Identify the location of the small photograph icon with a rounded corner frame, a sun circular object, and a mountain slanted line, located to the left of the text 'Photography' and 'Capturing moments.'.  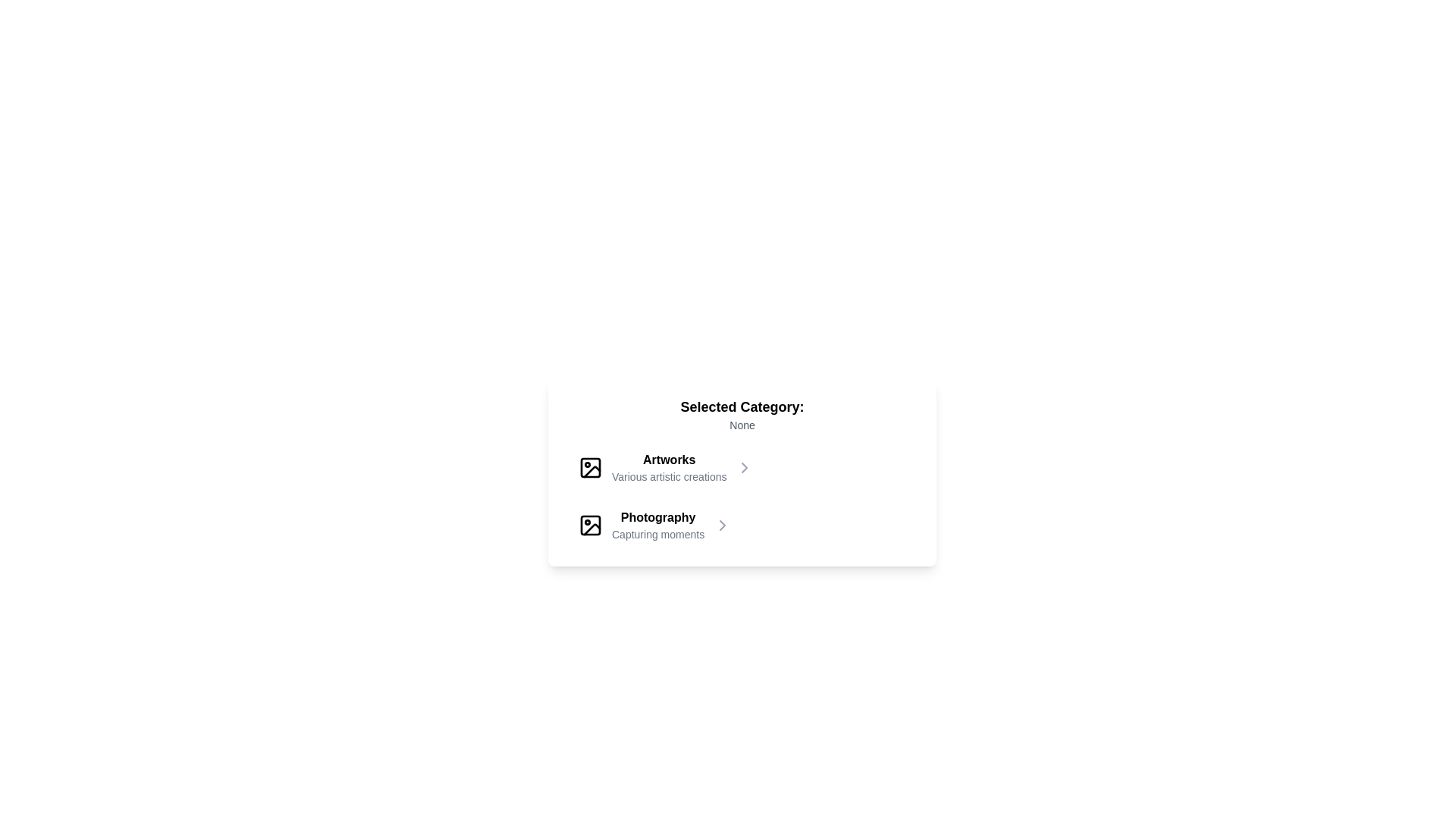
(589, 525).